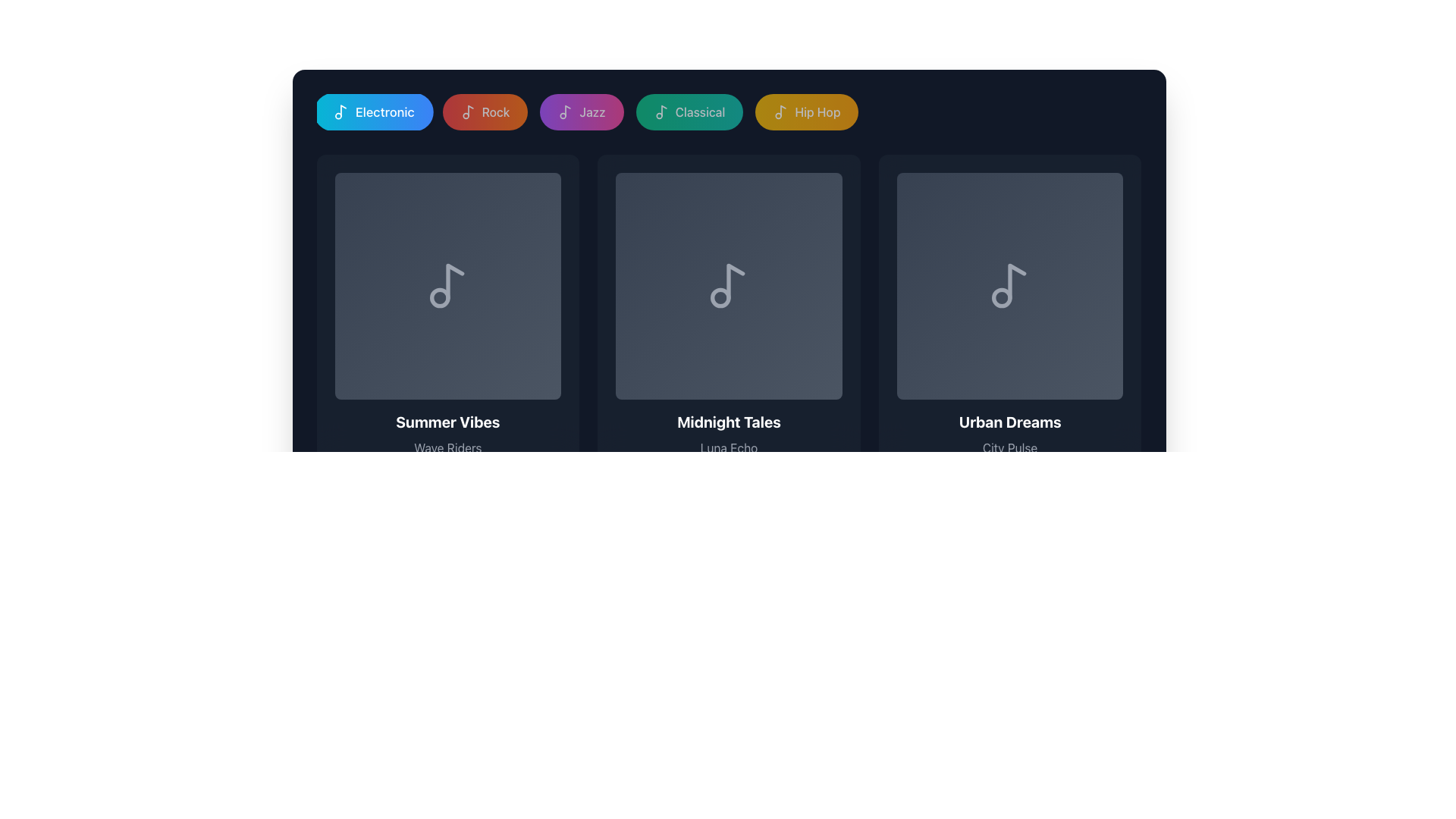  What do you see at coordinates (1010, 422) in the screenshot?
I see `the text label that displays the title of the featured item, located centrally in the middle column above 'City Pulse' and '42:208 tracks'` at bounding box center [1010, 422].